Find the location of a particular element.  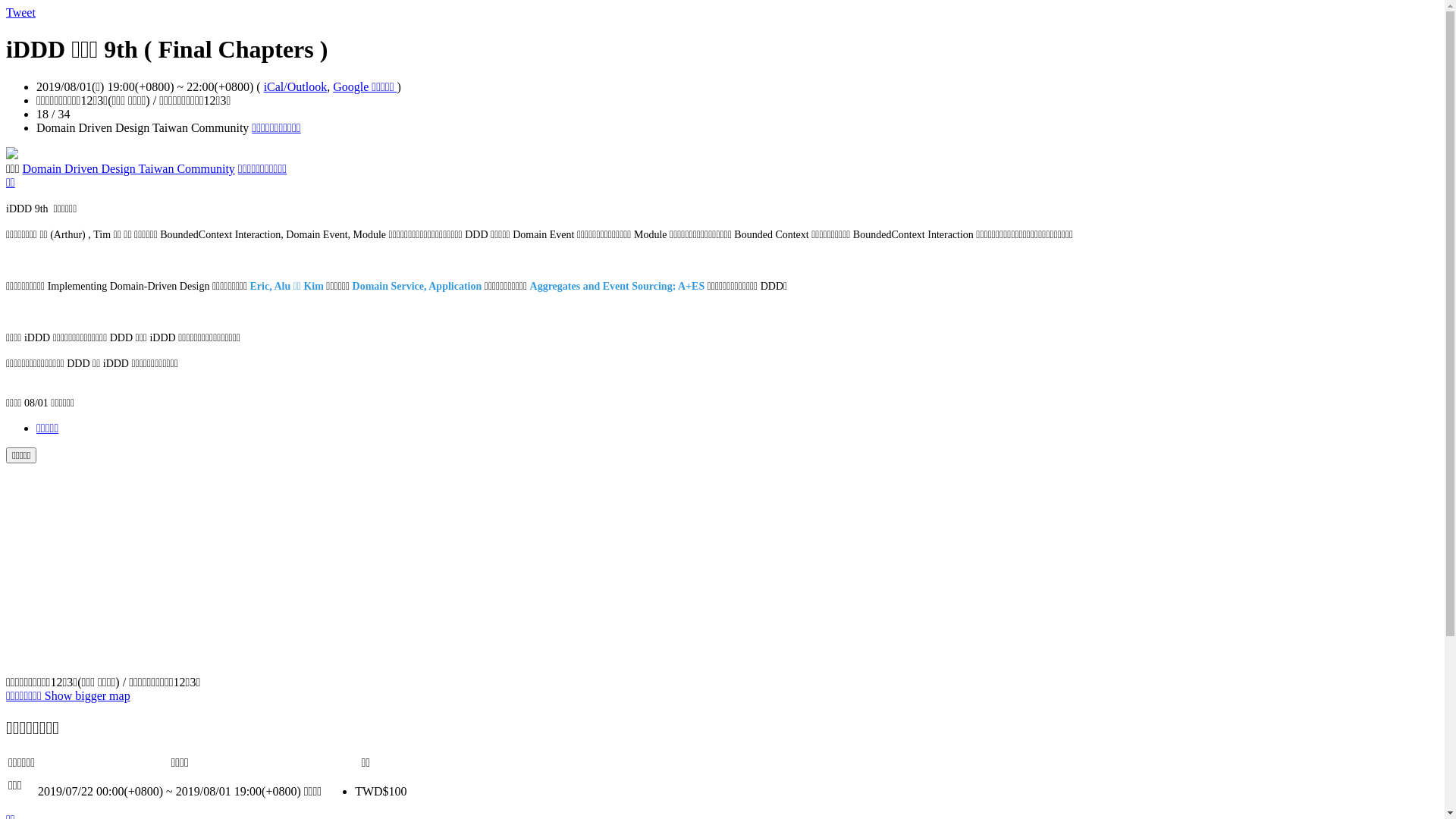

'Domain Driven Design Taiwan Community' is located at coordinates (128, 168).